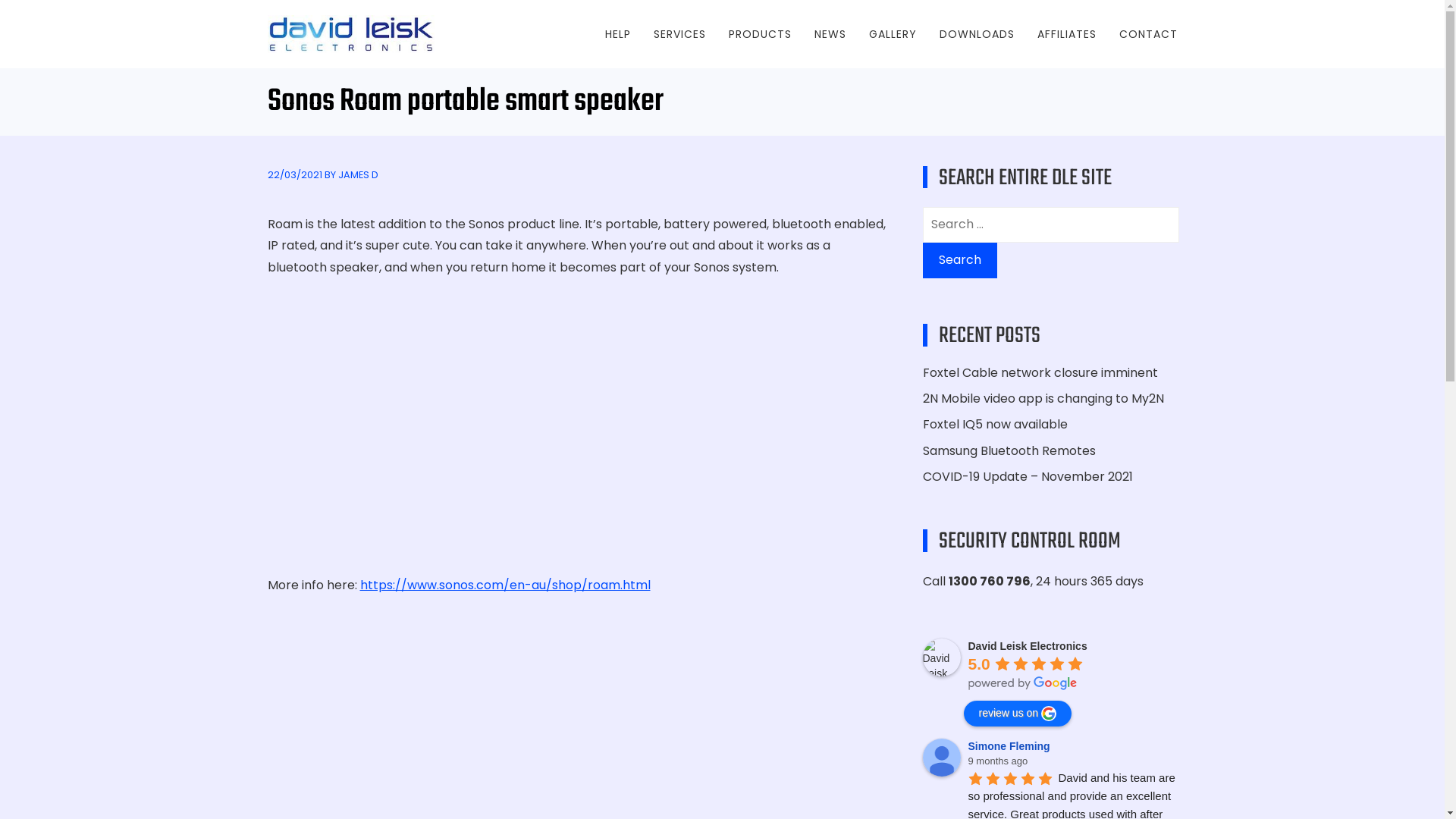  What do you see at coordinates (921, 449) in the screenshot?
I see `'Samsung Bluetooth Remotes'` at bounding box center [921, 449].